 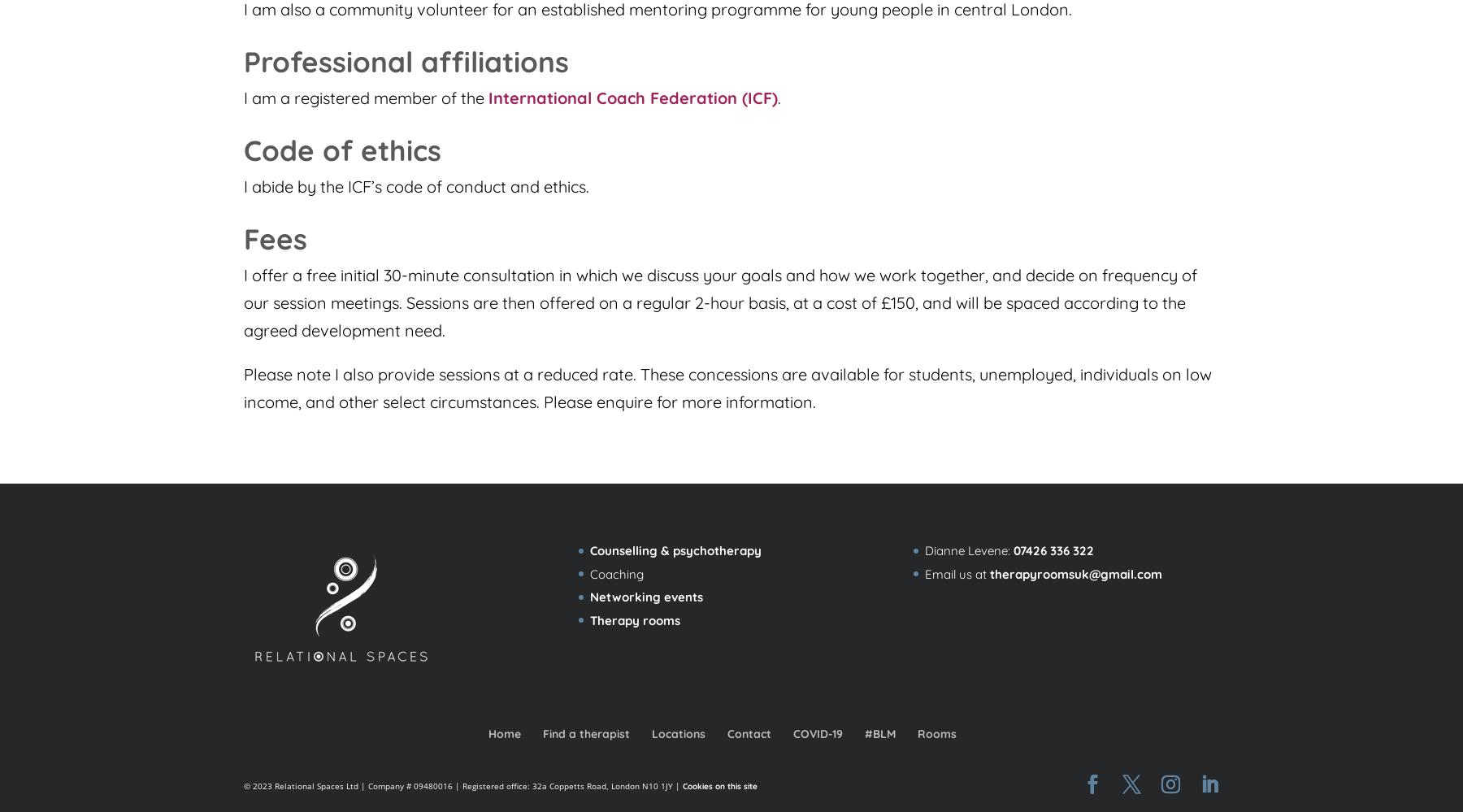 I want to click on 'Code of ethics', so click(x=342, y=150).